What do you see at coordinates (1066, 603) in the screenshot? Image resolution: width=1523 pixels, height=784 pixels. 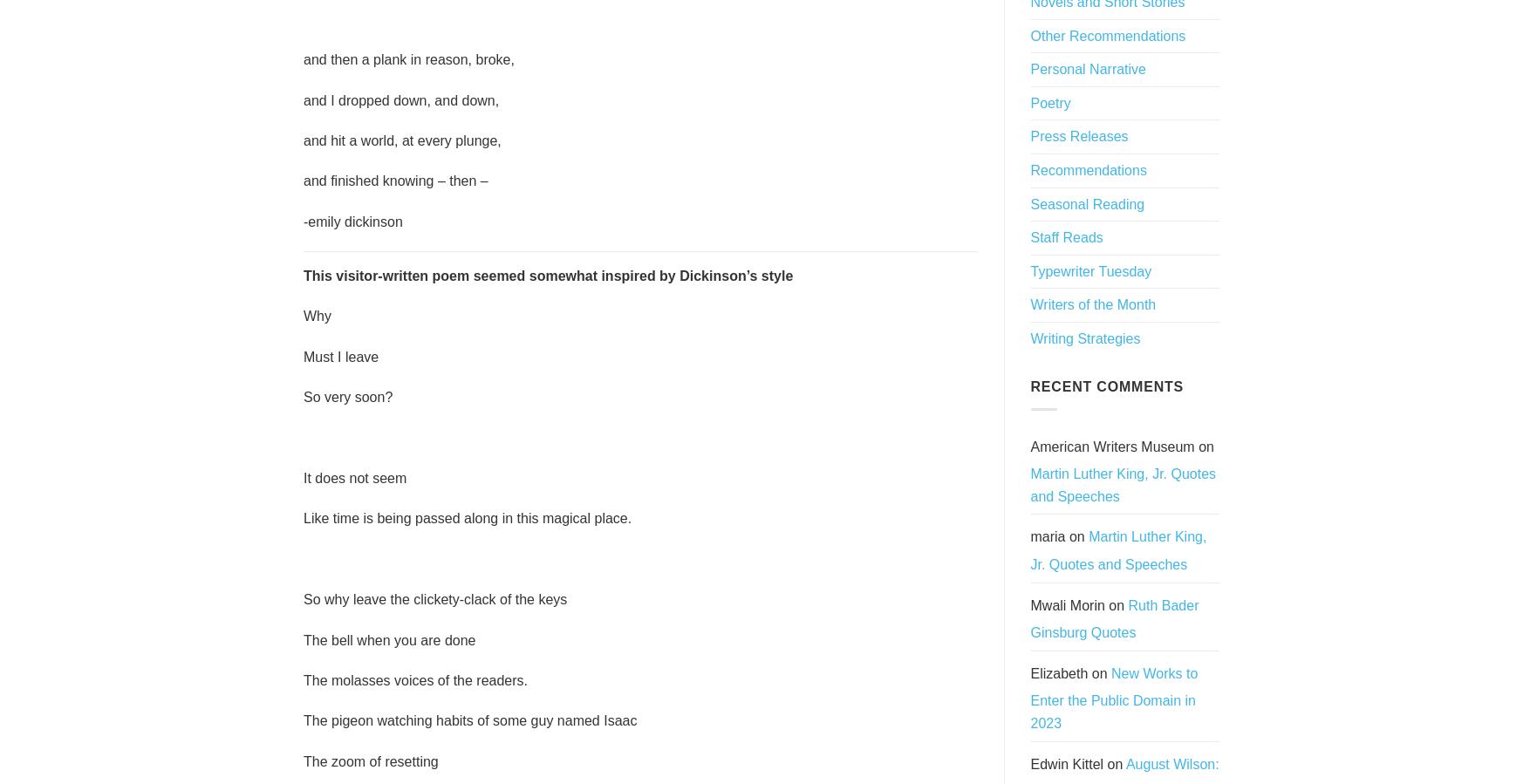 I see `'Mwali Morin'` at bounding box center [1066, 603].